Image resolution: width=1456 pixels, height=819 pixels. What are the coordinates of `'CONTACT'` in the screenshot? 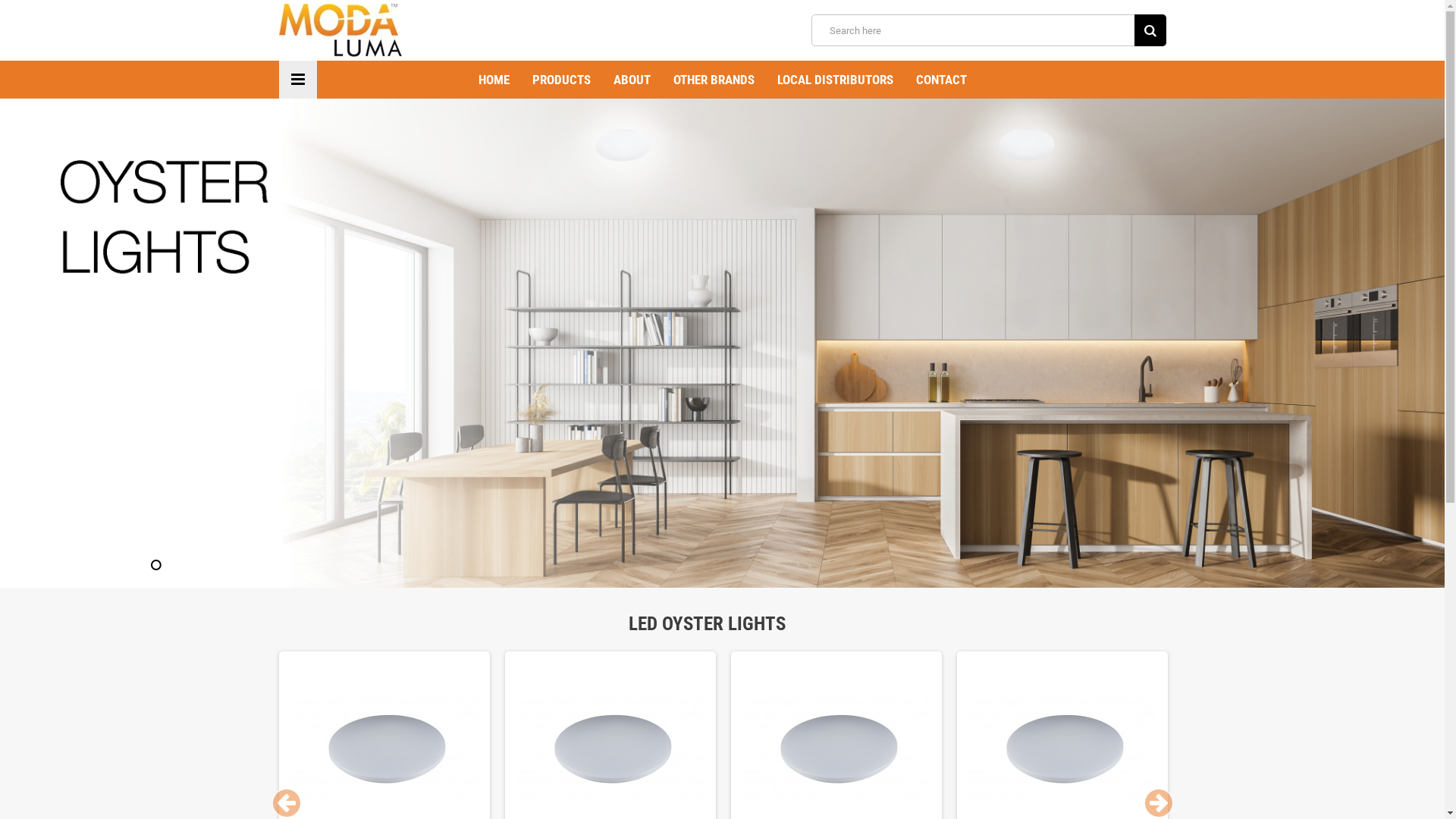 It's located at (940, 79).